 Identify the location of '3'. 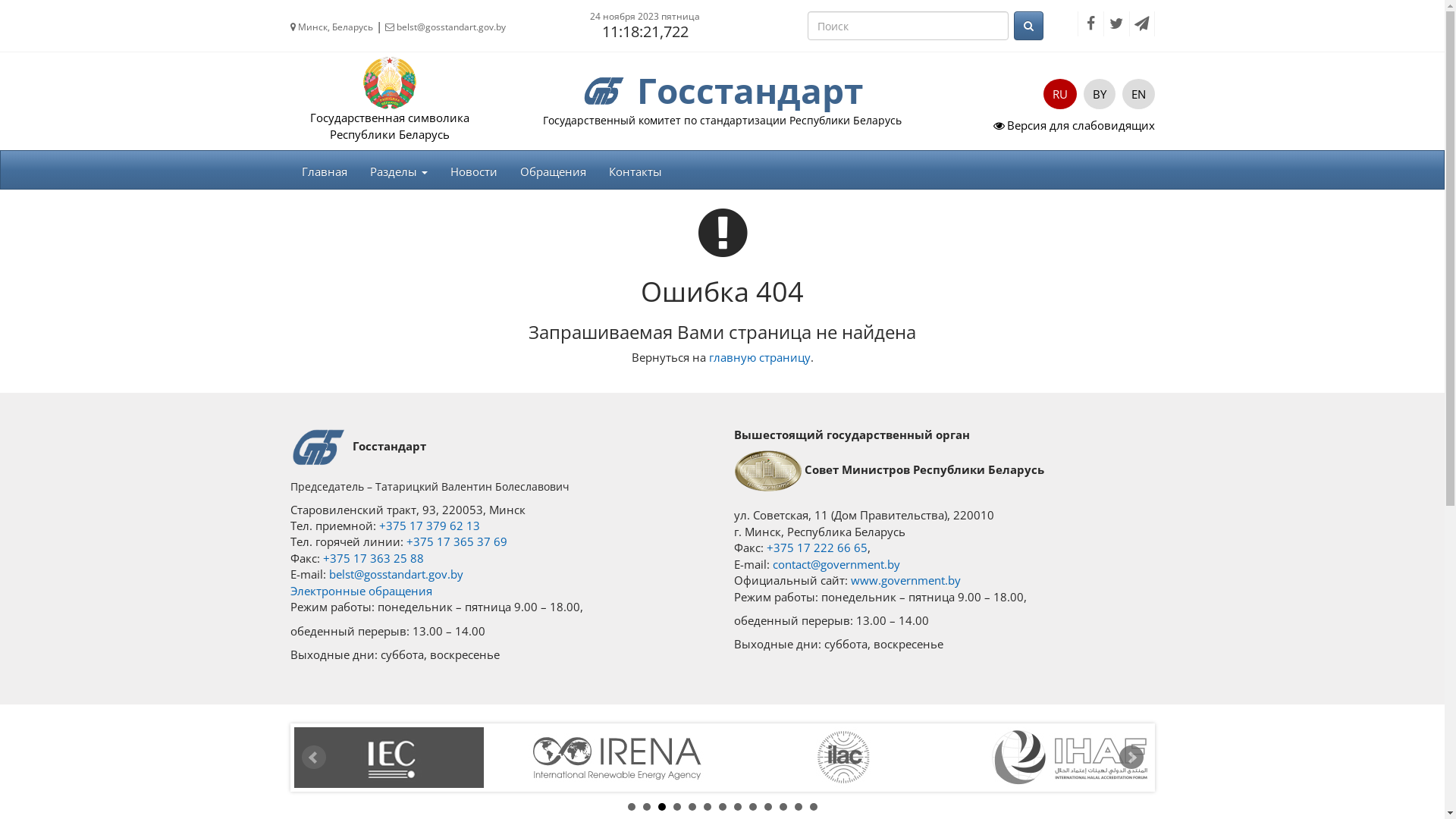
(662, 806).